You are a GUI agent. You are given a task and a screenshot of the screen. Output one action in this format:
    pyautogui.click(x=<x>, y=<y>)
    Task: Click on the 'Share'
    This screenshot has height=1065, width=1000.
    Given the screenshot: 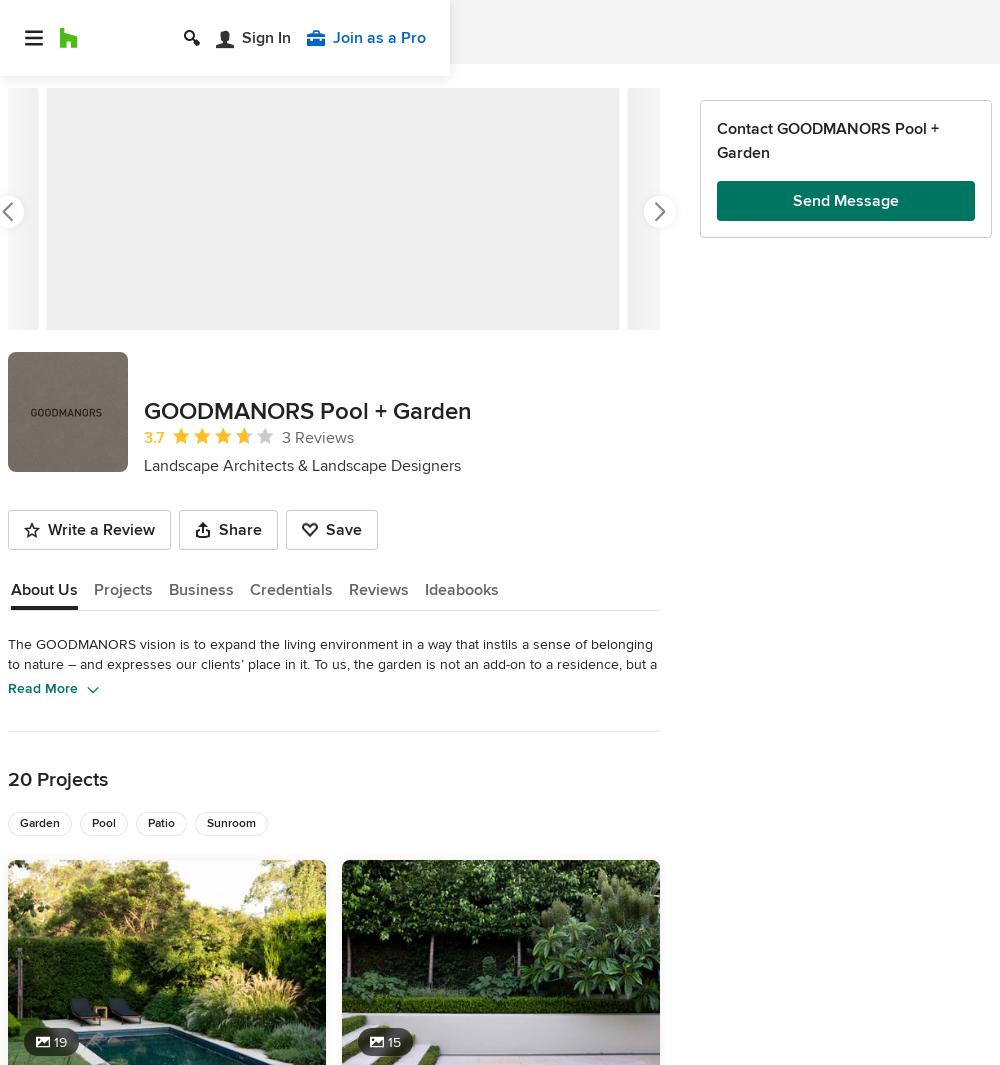 What is the action you would take?
    pyautogui.click(x=239, y=529)
    